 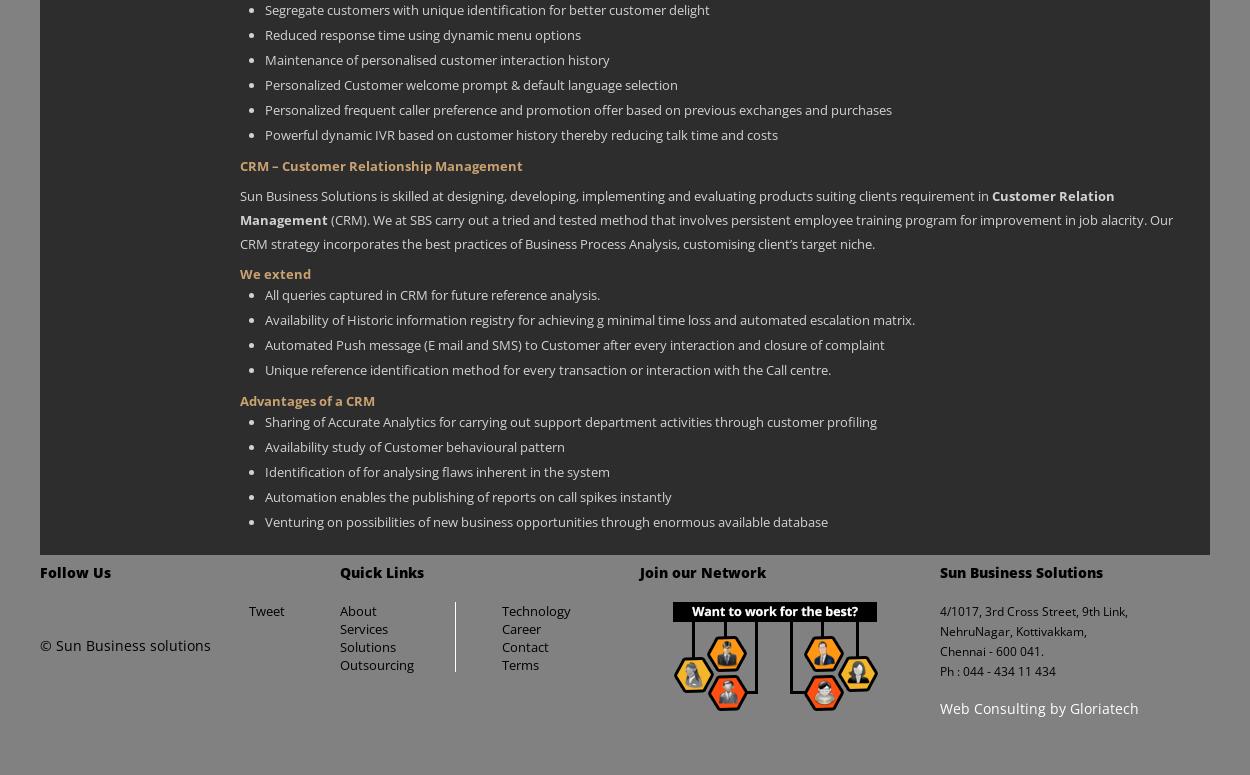 What do you see at coordinates (570, 419) in the screenshot?
I see `'Sharing of Accurate Analytics for carrying out support department activities through customer profiling'` at bounding box center [570, 419].